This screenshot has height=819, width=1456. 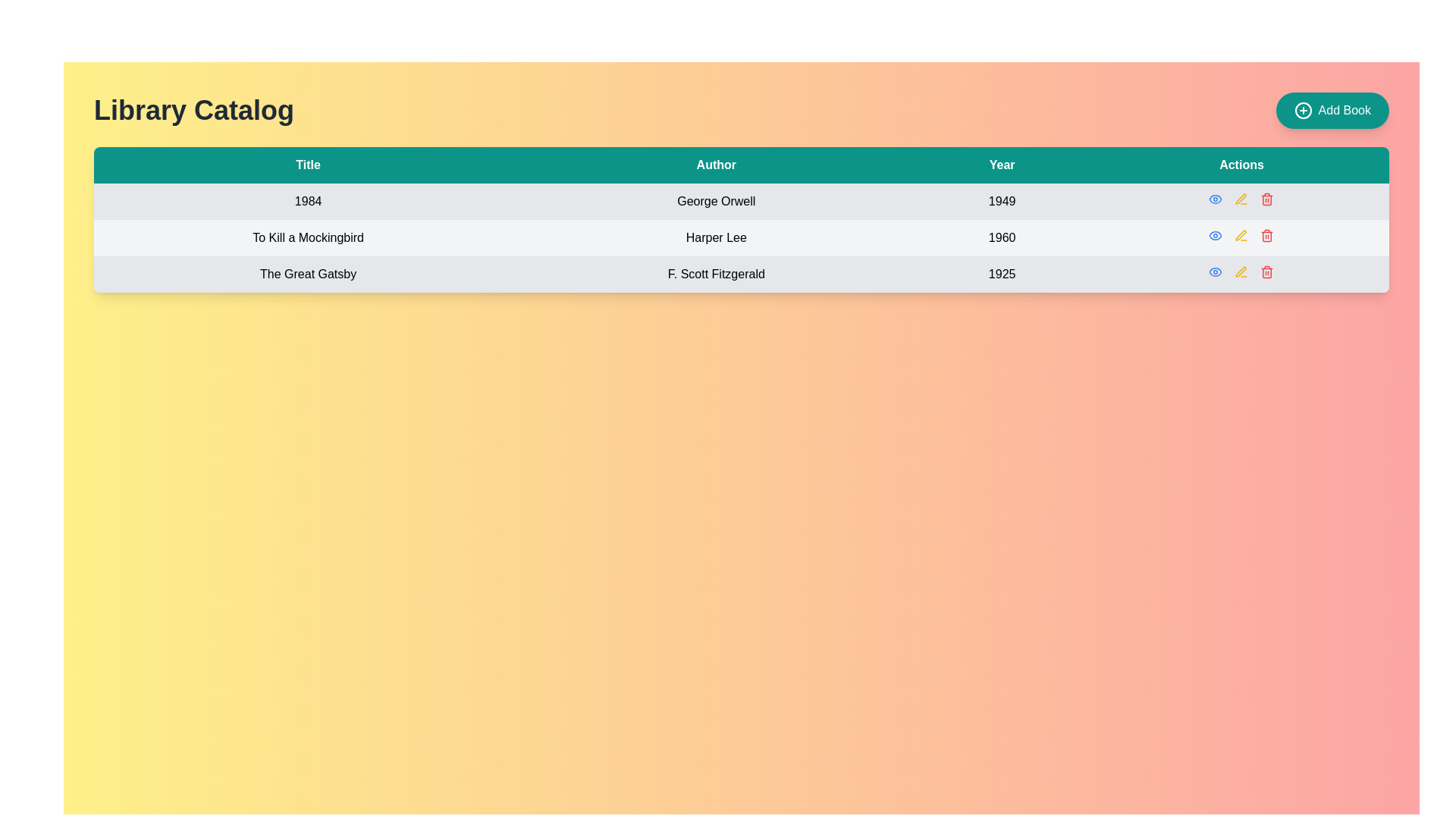 I want to click on the decorative circular shape within the 'Add Book' button located in the top-right corner of the interface, so click(x=1302, y=110).